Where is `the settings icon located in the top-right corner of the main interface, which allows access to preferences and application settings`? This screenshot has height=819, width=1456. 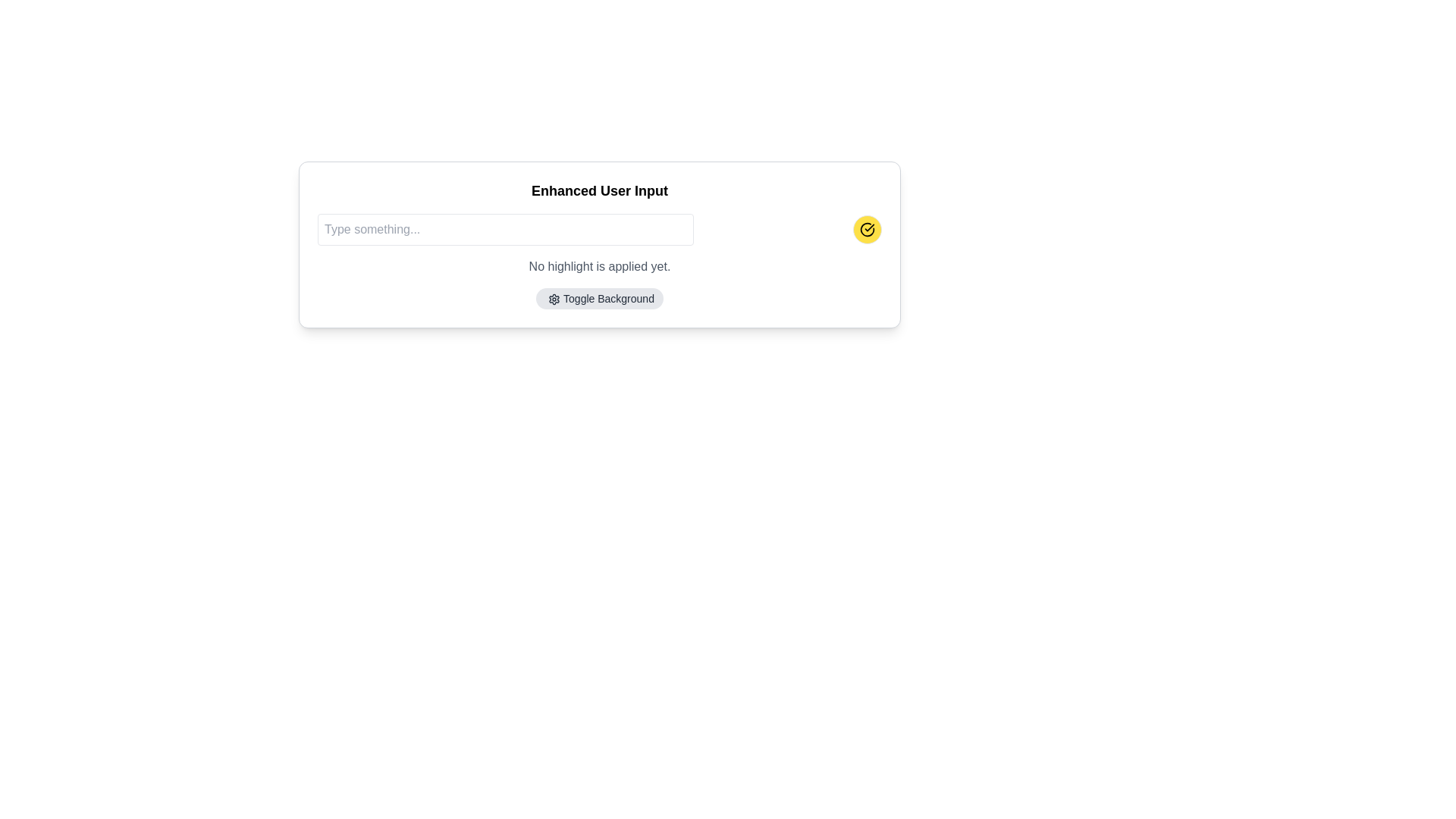 the settings icon located in the top-right corner of the main interface, which allows access to preferences and application settings is located at coordinates (554, 300).